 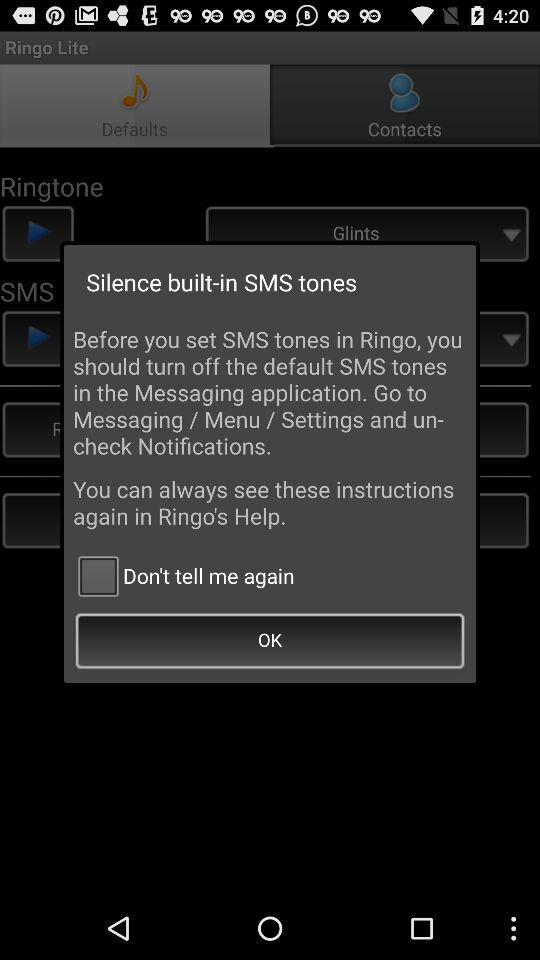 What do you see at coordinates (270, 641) in the screenshot?
I see `ok icon` at bounding box center [270, 641].